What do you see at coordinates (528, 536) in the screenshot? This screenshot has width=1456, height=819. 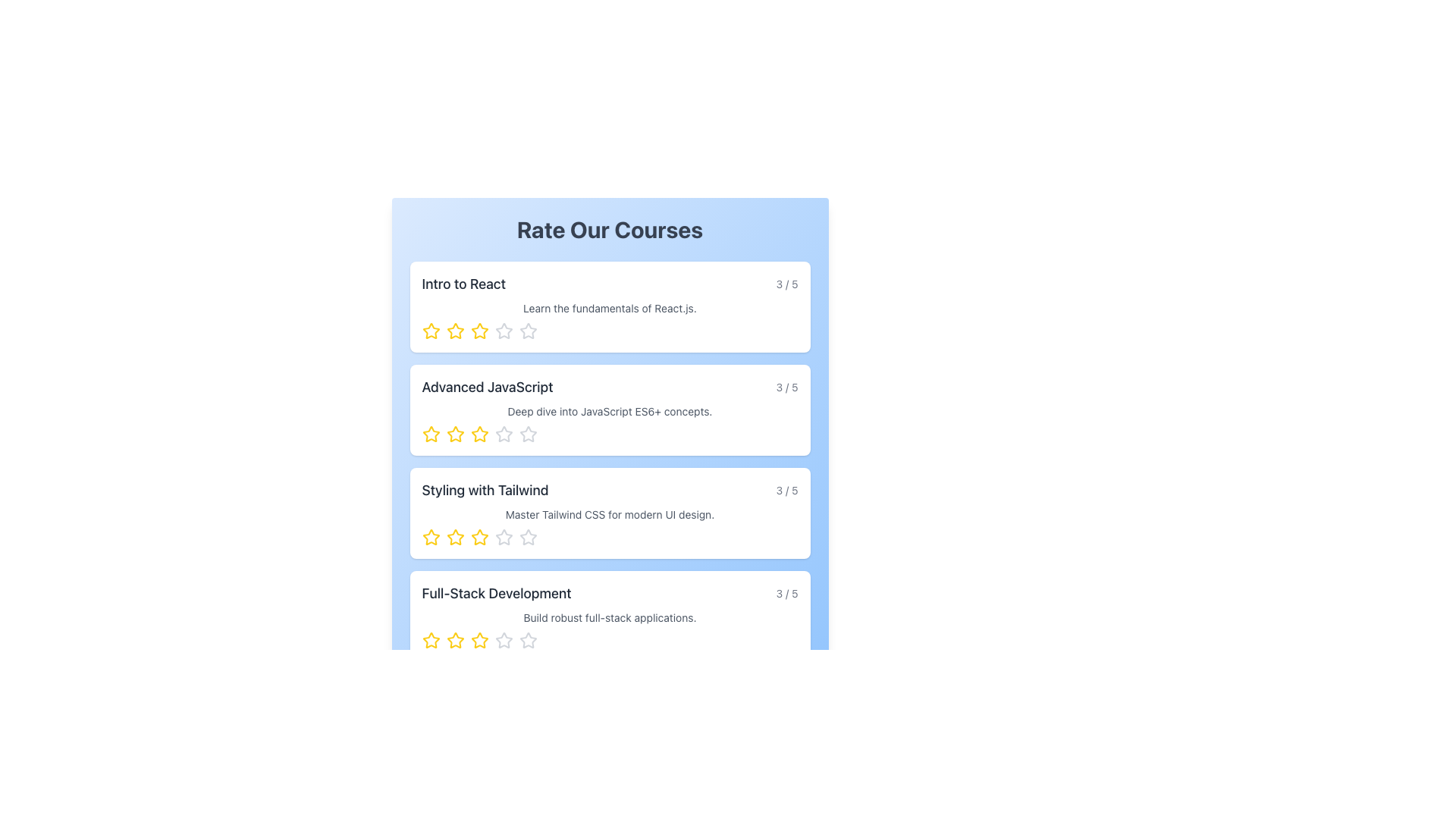 I see `the third star icon in the rating section of the 'Styling with Tailwind' course card to rate it` at bounding box center [528, 536].